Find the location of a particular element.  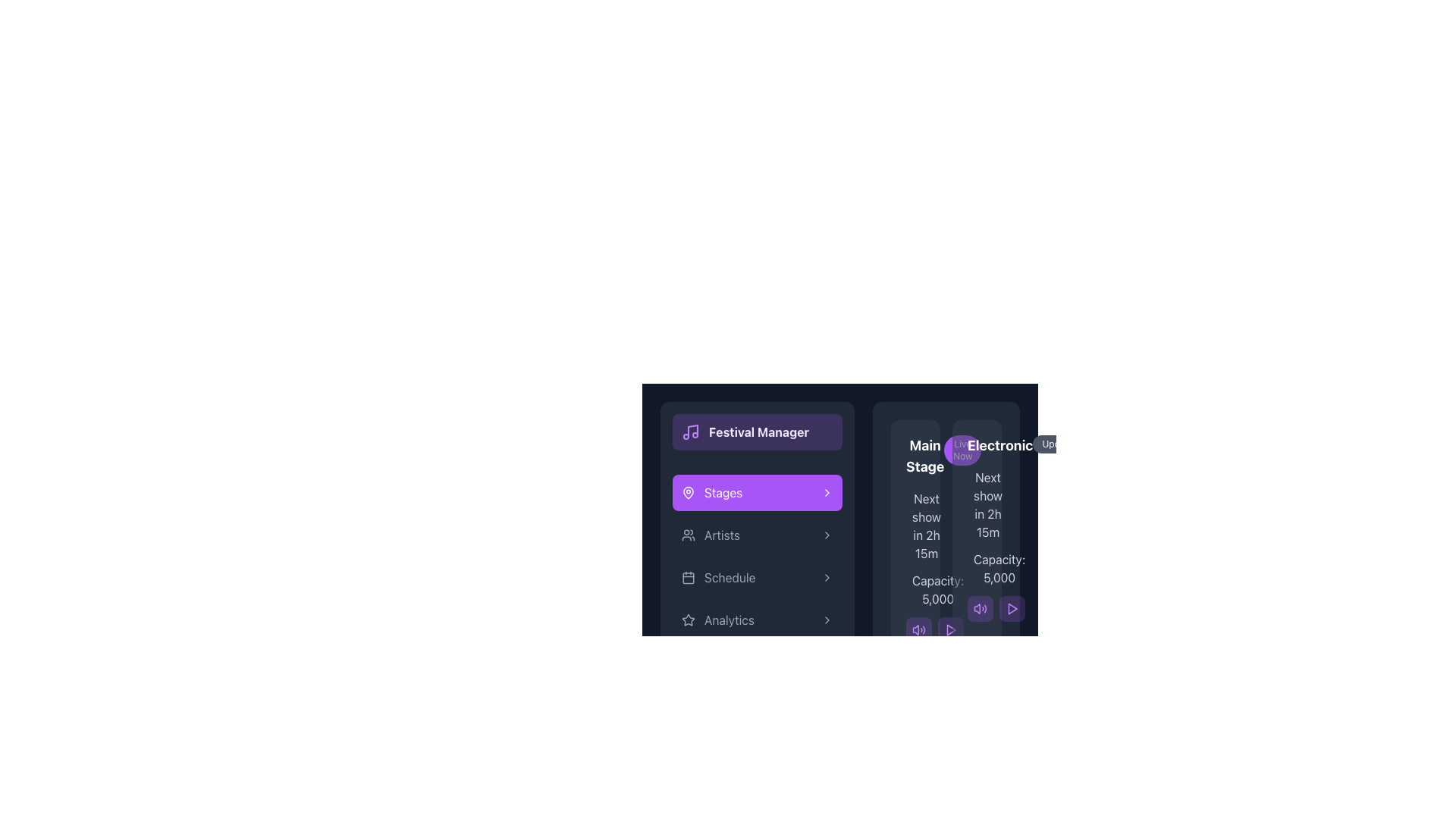

the icon representing a group of people located in the left navigation panel, positioned to the left of the 'Artists' text label is located at coordinates (687, 534).